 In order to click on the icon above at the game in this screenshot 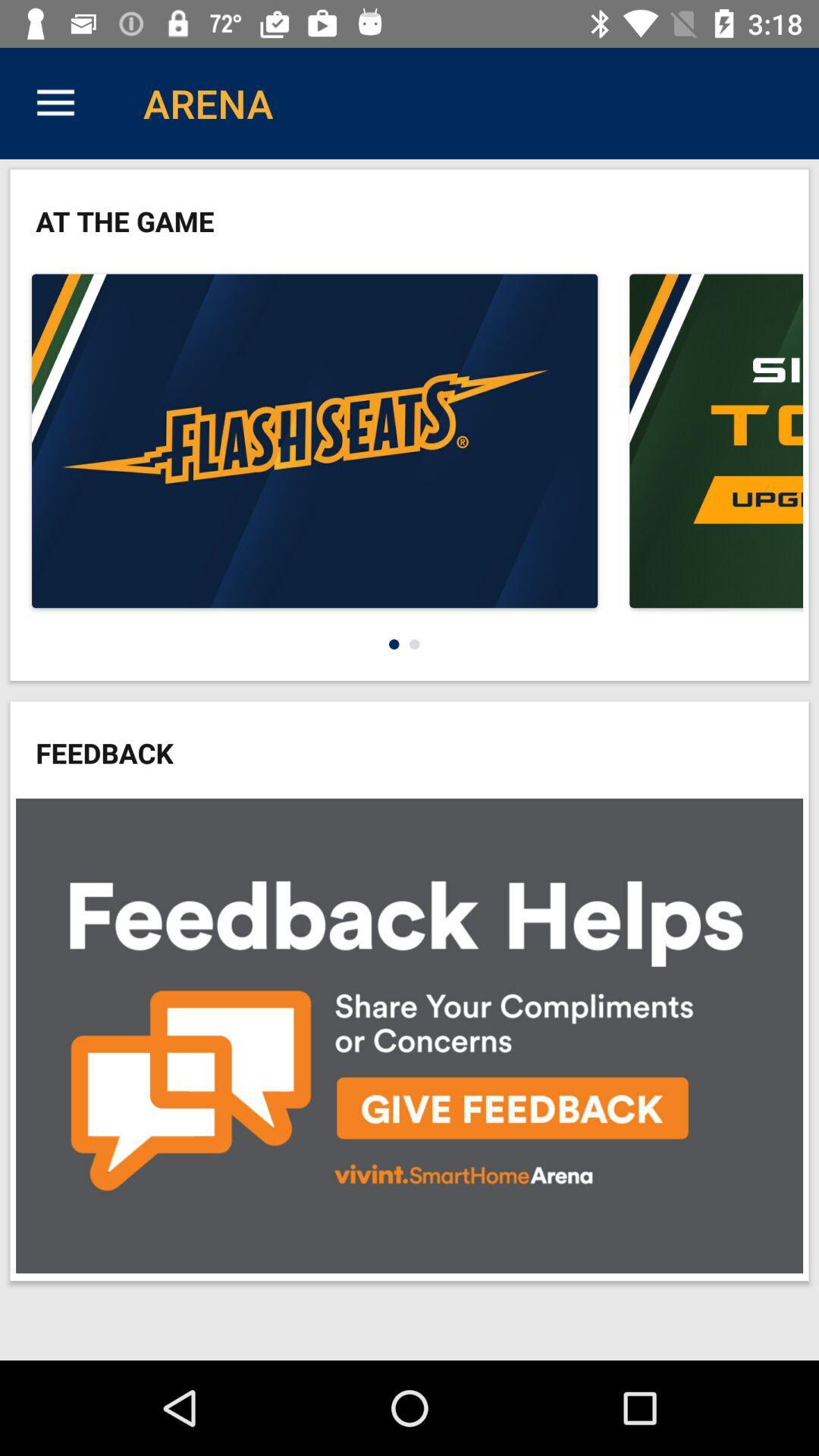, I will do `click(55, 102)`.